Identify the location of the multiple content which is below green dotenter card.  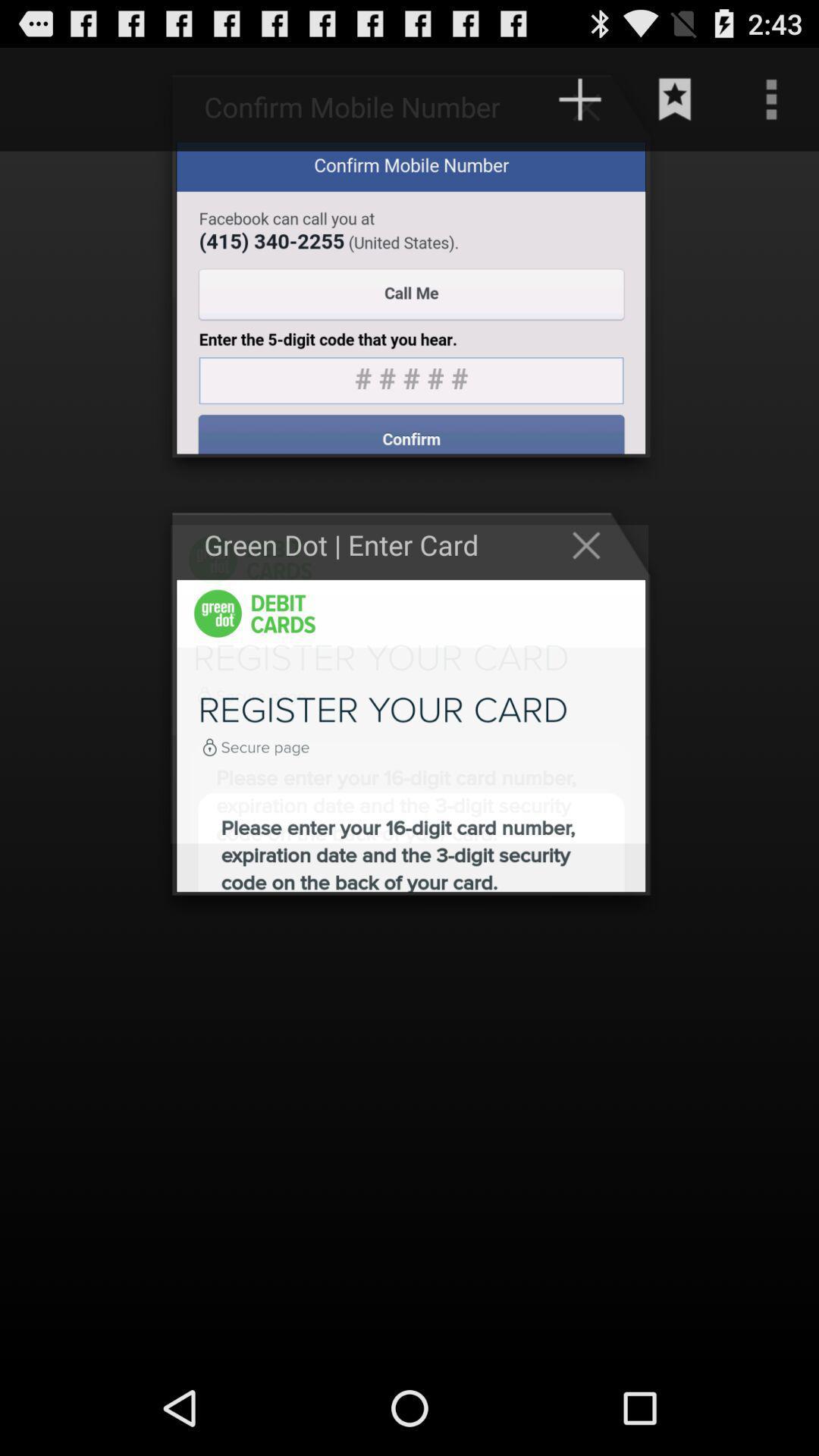
(411, 736).